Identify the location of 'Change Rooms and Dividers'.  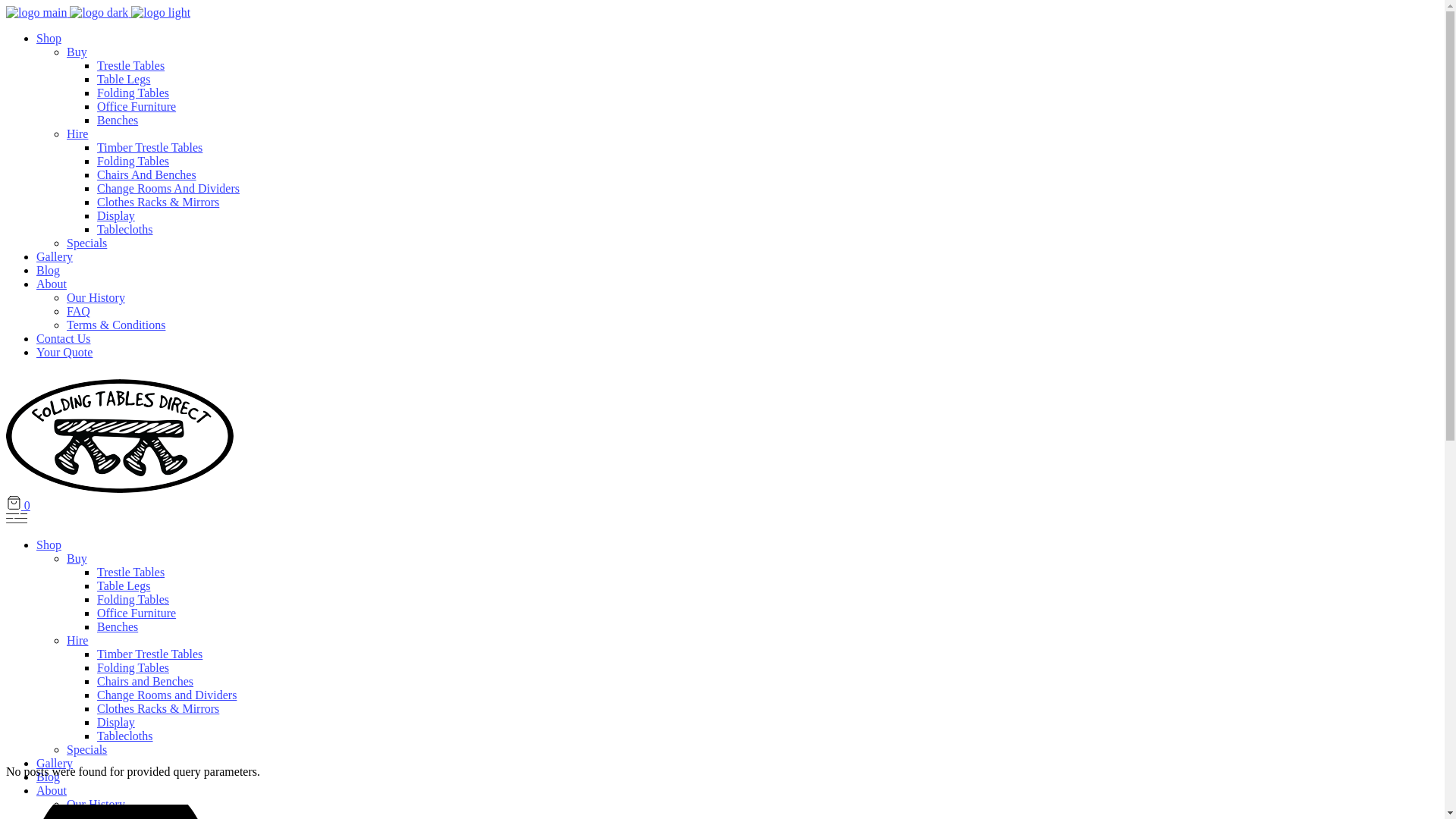
(167, 695).